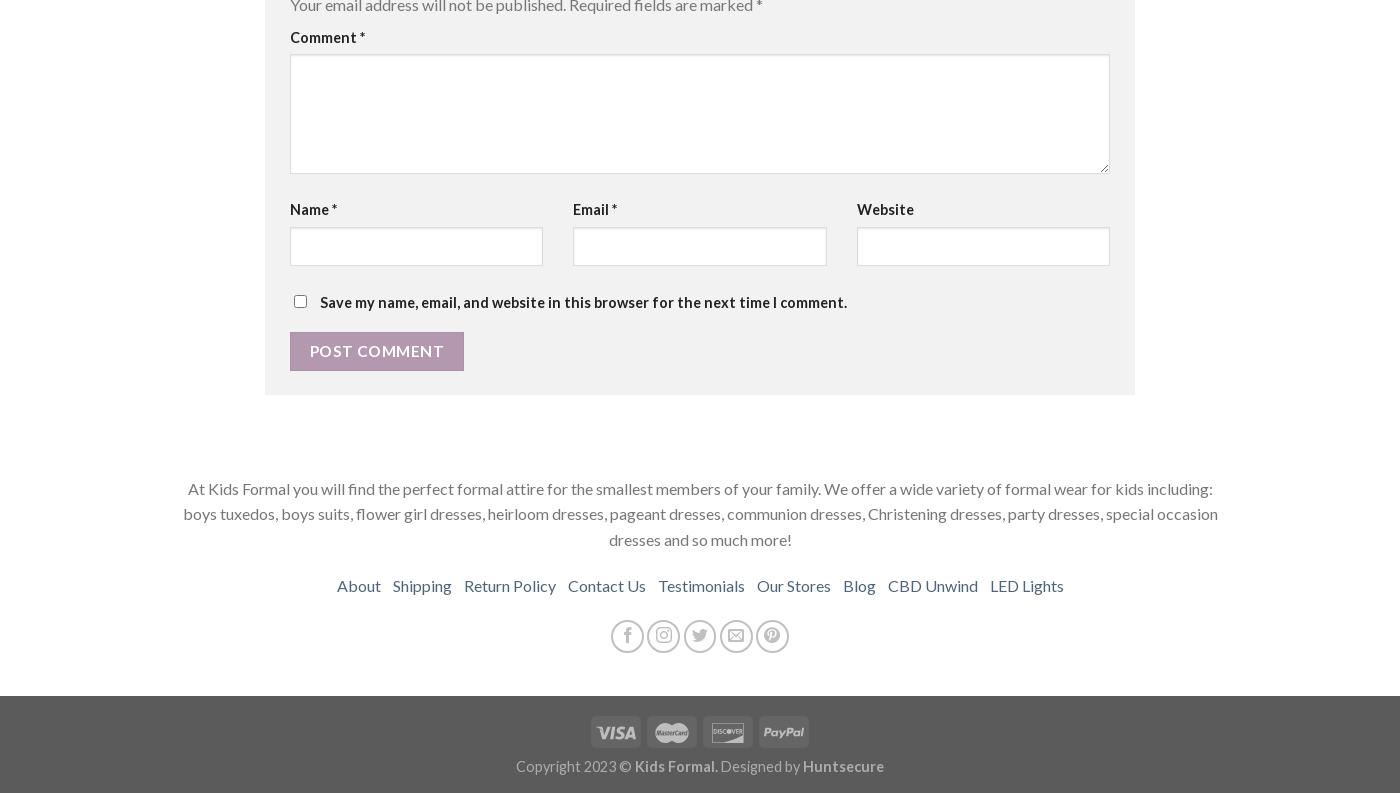  What do you see at coordinates (700, 585) in the screenshot?
I see `'Testimonials'` at bounding box center [700, 585].